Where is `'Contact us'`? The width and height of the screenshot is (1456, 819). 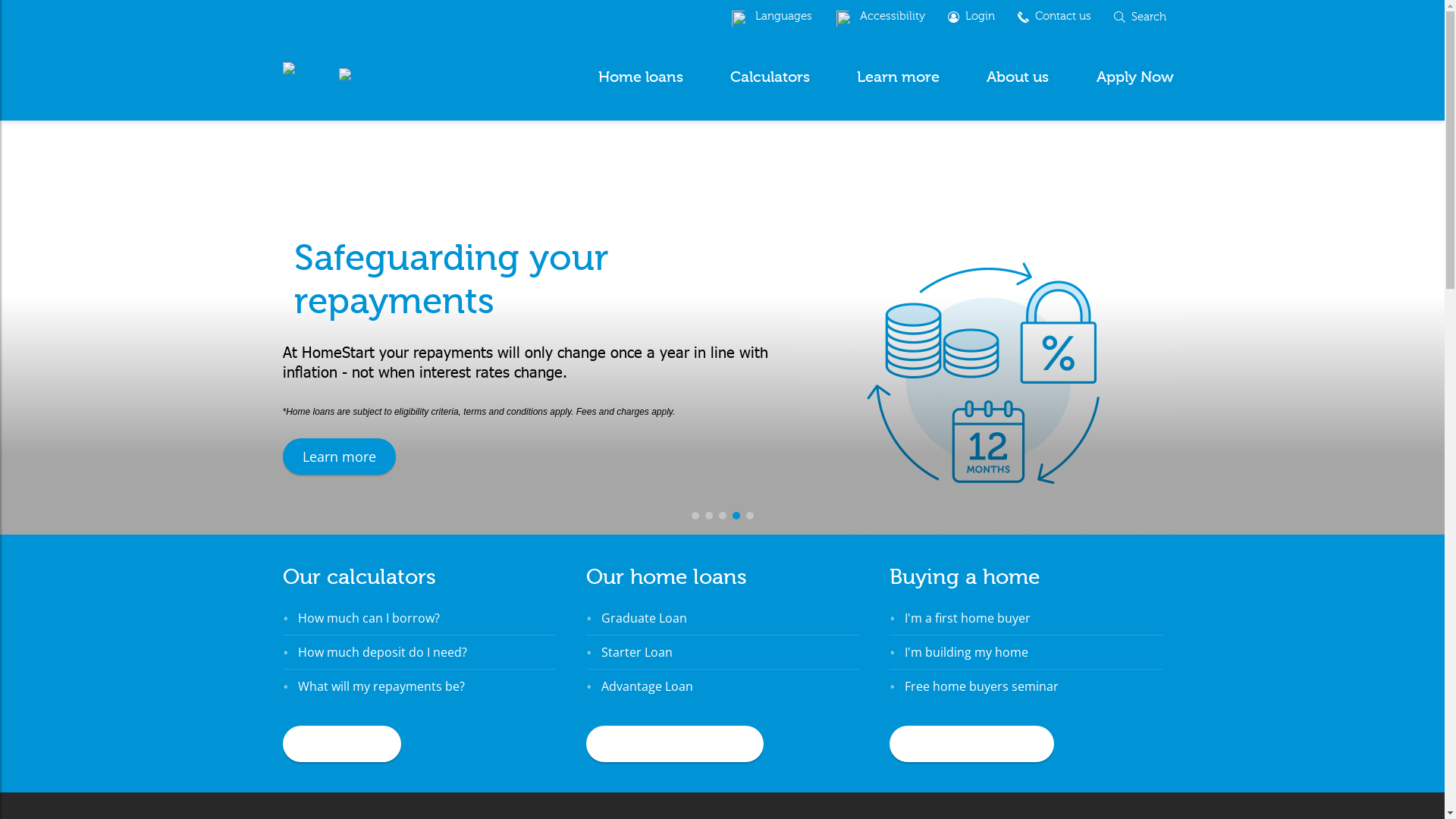 'Contact us' is located at coordinates (1053, 17).